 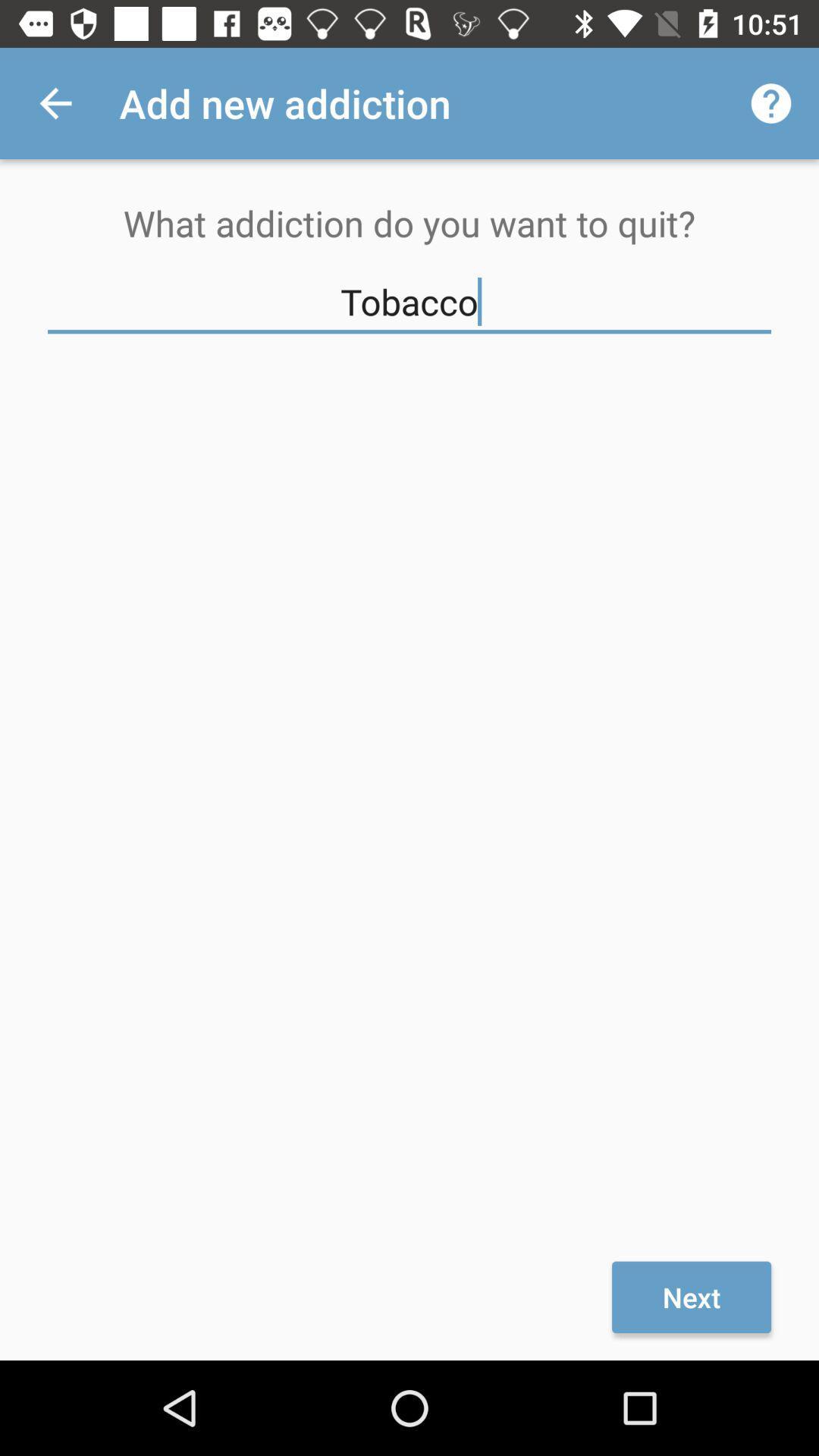 I want to click on app next to the add new addiction, so click(x=55, y=102).